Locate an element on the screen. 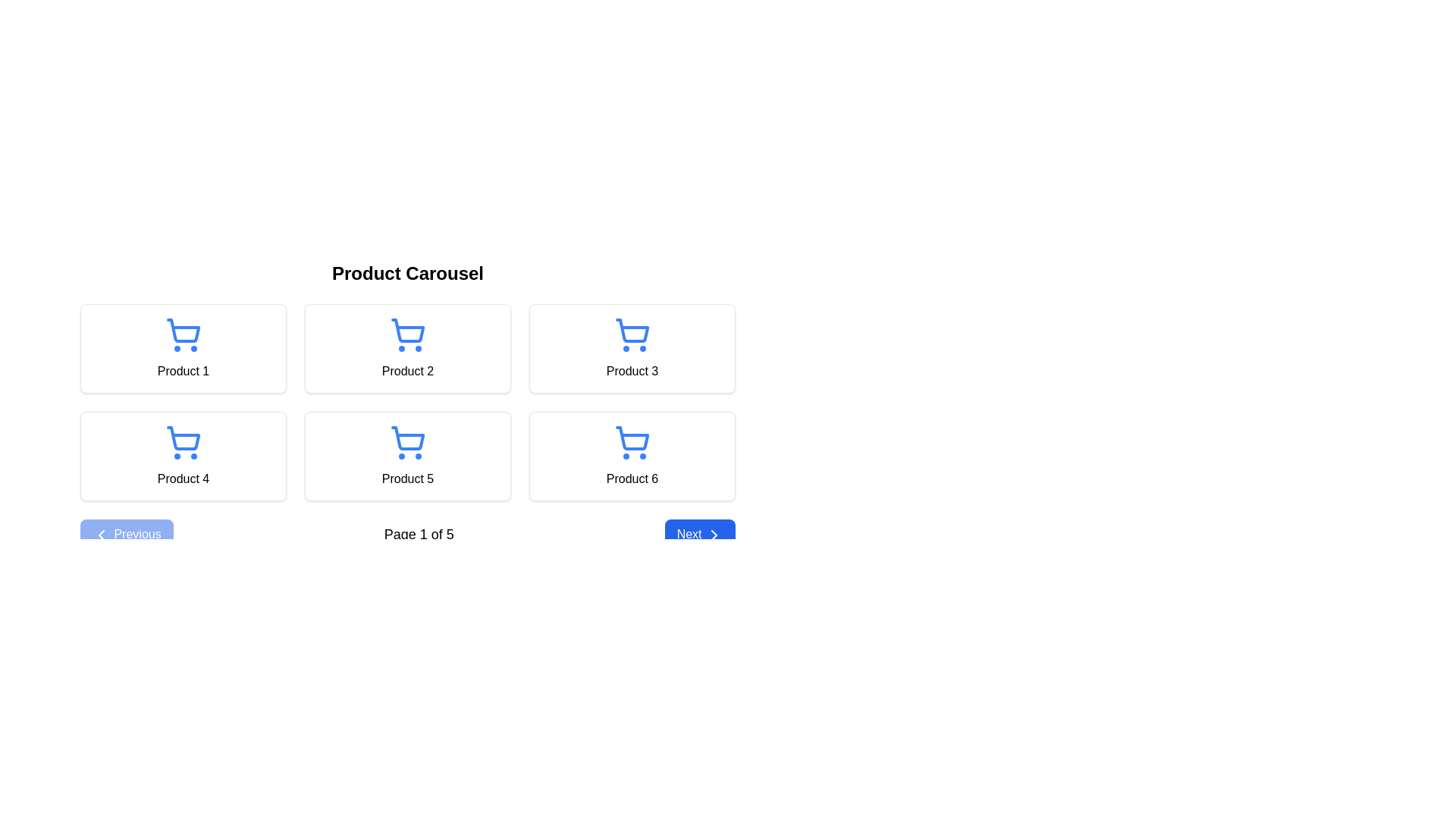 This screenshot has height=819, width=1456. the center-aligned header labeled 'Product Carousel' which is bold and large in black font, positioned above the product grid and pagination controls is located at coordinates (407, 274).